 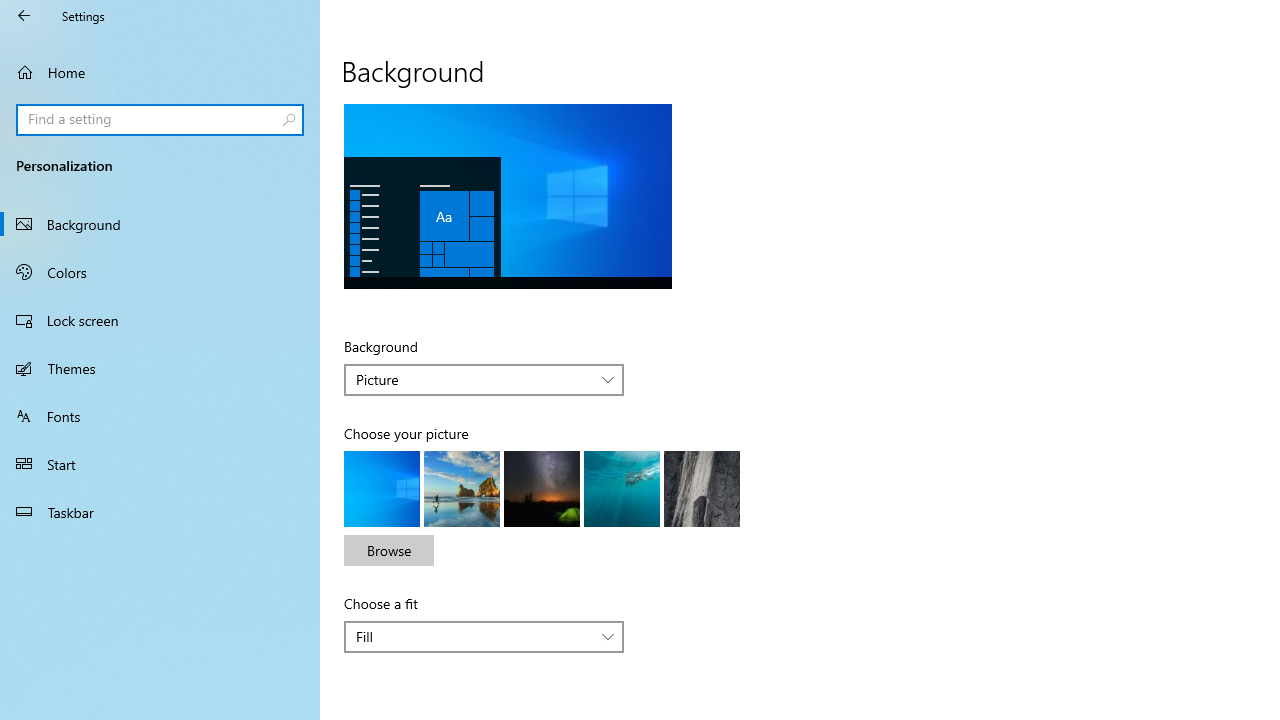 What do you see at coordinates (160, 319) in the screenshot?
I see `'Lock screen'` at bounding box center [160, 319].